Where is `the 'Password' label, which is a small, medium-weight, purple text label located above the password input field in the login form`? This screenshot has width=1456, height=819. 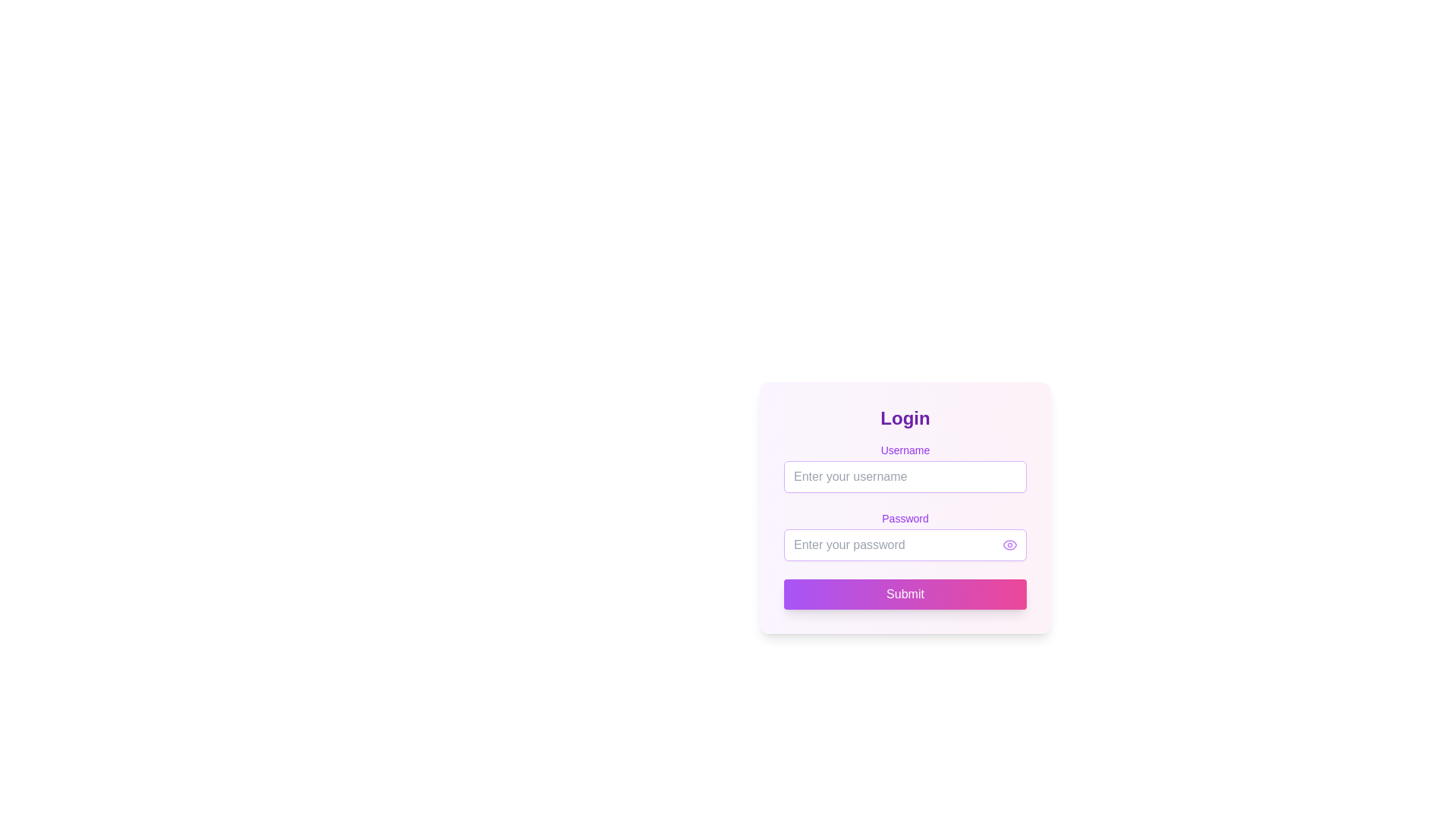
the 'Password' label, which is a small, medium-weight, purple text label located above the password input field in the login form is located at coordinates (905, 517).